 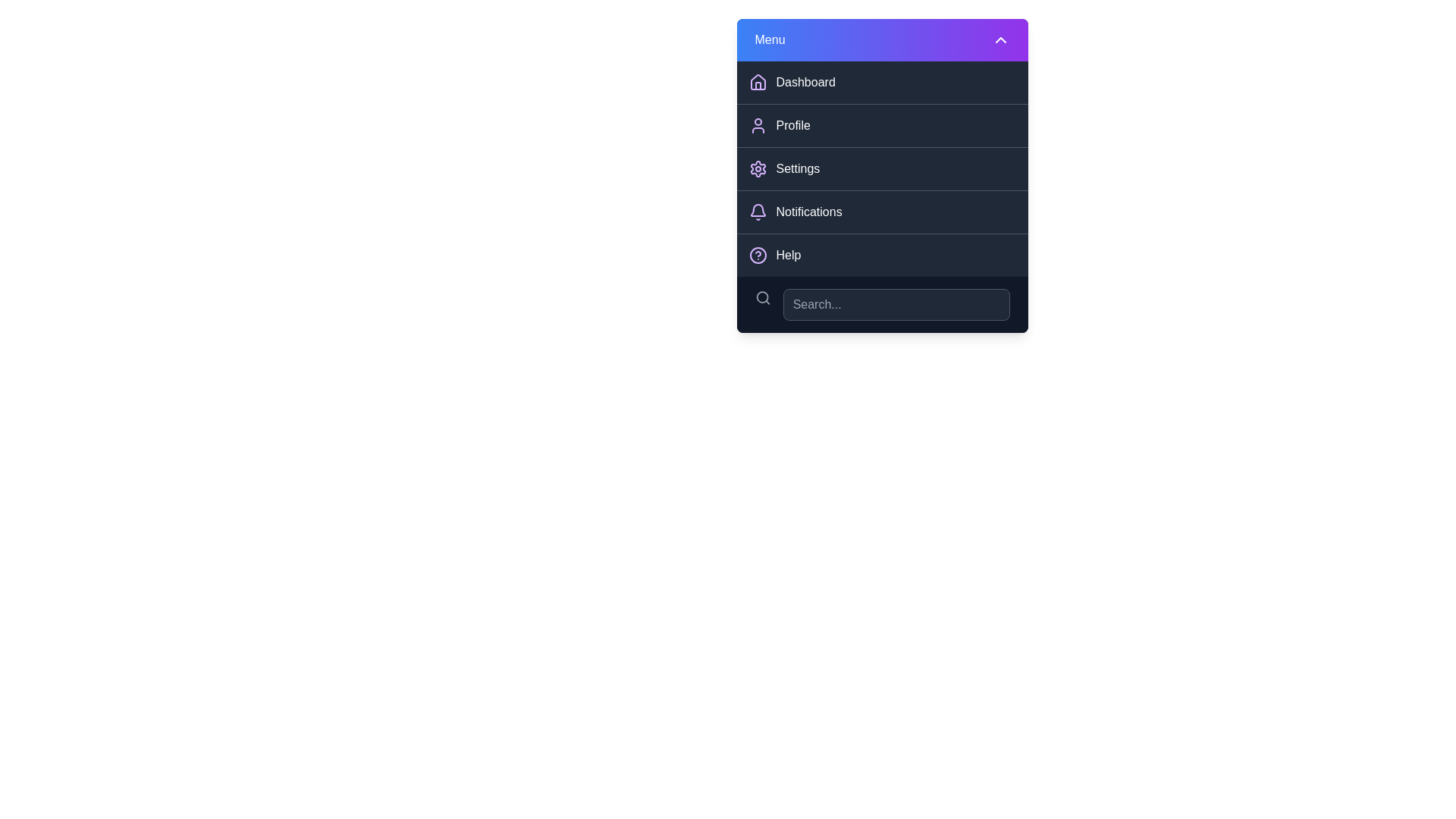 I want to click on the Notifications icon located in the Notifications menu, which is the fourth item in the vertical menu, adjacent to the text label 'Notifications', so click(x=758, y=210).